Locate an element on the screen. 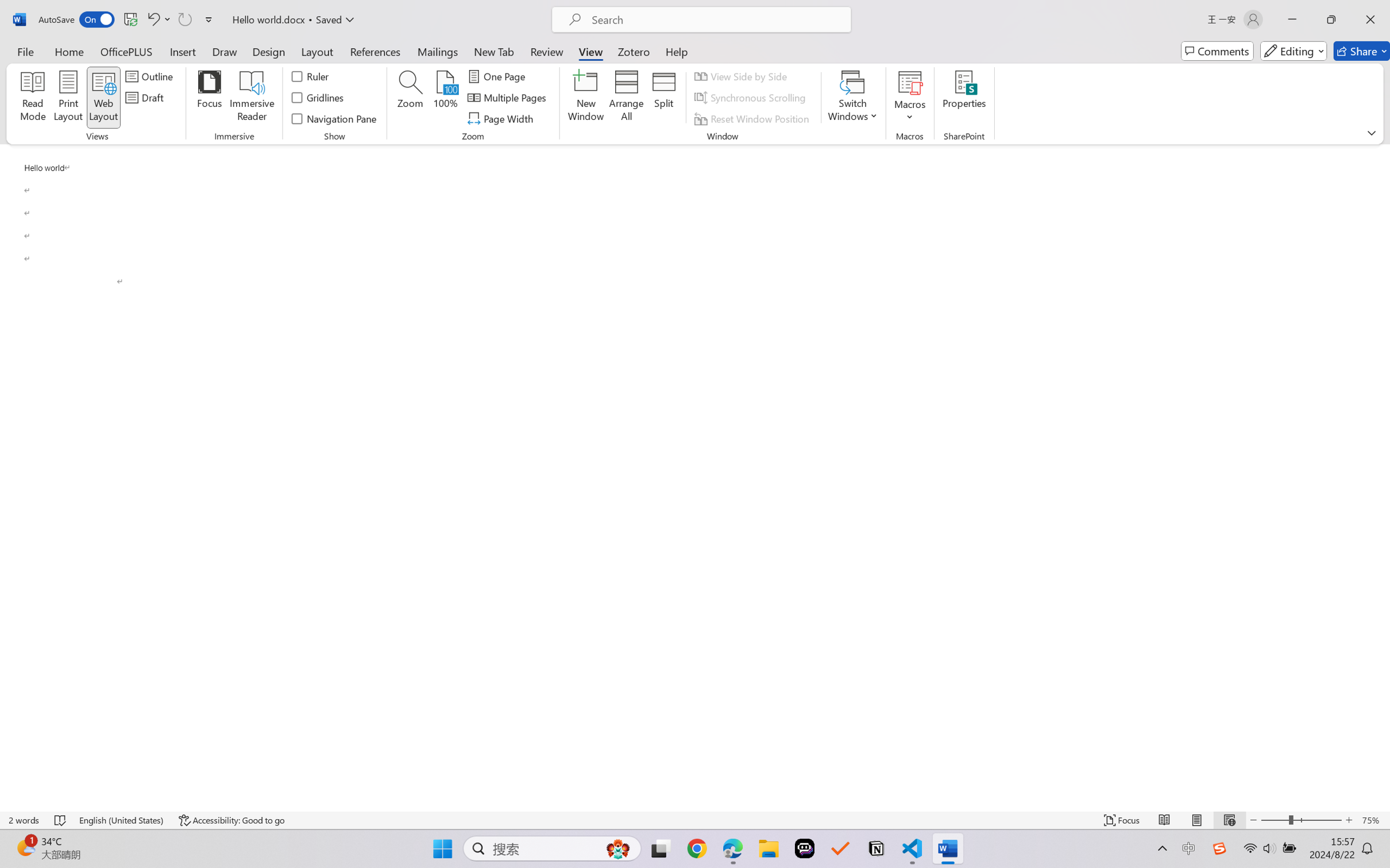  'Page Width' is located at coordinates (501, 119).